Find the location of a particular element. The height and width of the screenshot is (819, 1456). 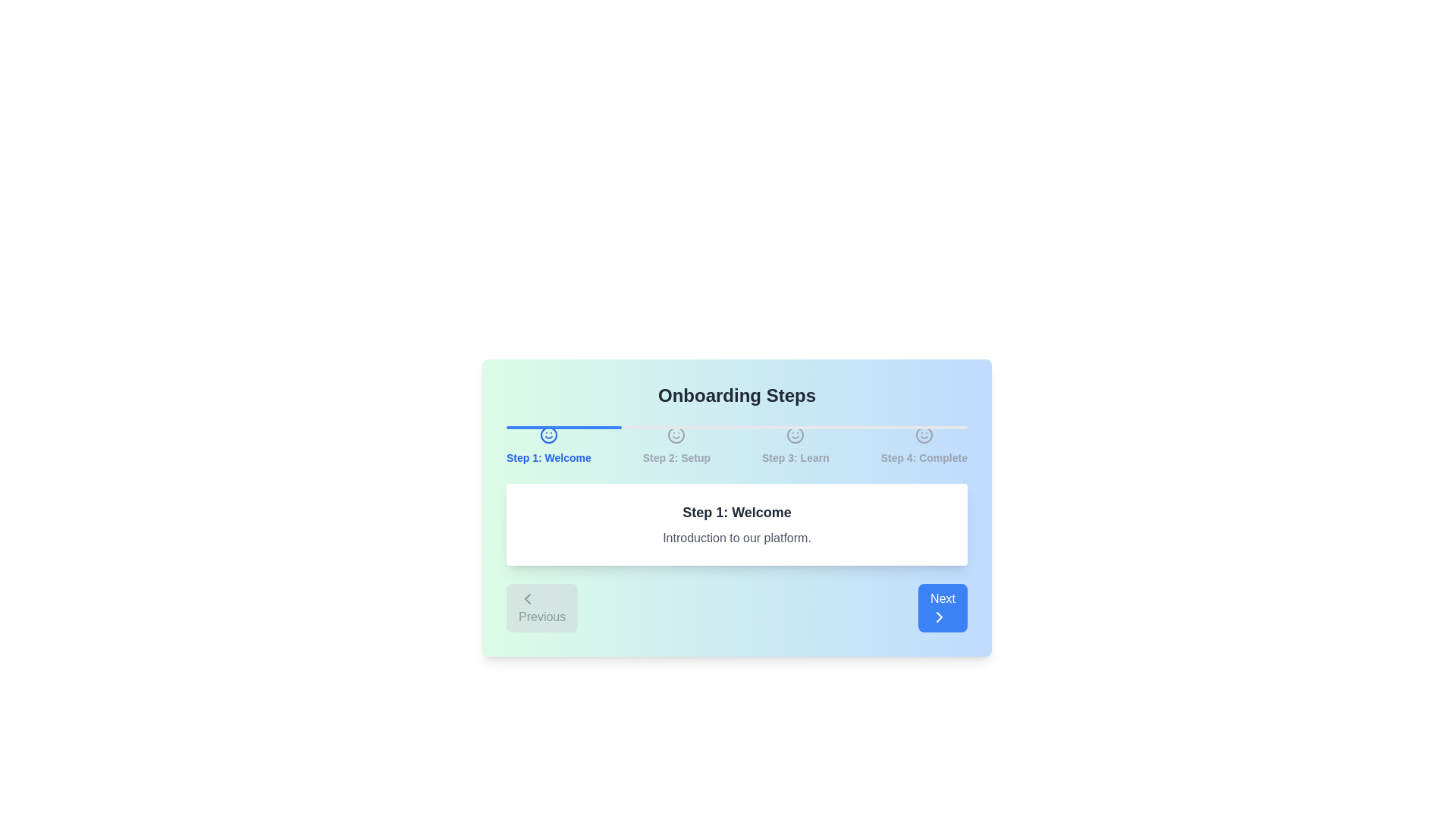

the circular component of the progress indicator for 'Step 4: Complete' in the onboarding process, located at the right end of the progress indicator section is located at coordinates (923, 435).